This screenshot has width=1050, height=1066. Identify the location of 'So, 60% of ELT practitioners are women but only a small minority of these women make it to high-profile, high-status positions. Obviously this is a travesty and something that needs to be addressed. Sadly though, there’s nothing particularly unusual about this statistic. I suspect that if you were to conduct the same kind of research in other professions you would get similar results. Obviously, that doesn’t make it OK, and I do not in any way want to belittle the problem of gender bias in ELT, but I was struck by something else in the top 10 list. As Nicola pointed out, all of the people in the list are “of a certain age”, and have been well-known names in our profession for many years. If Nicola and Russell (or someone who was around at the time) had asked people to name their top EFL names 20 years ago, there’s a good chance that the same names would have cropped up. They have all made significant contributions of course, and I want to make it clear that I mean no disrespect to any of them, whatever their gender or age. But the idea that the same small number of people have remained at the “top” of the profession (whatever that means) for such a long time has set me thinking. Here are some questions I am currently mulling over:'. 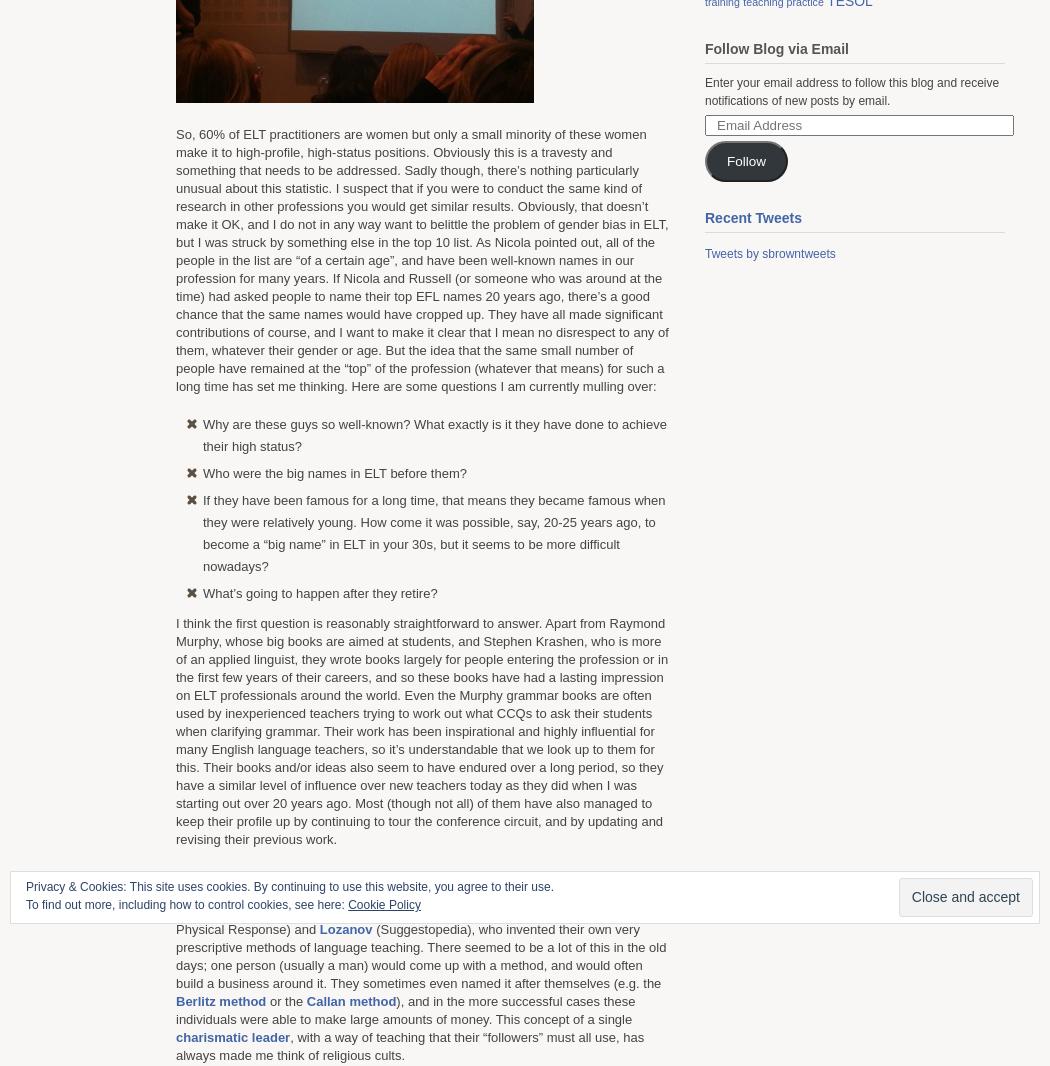
(420, 259).